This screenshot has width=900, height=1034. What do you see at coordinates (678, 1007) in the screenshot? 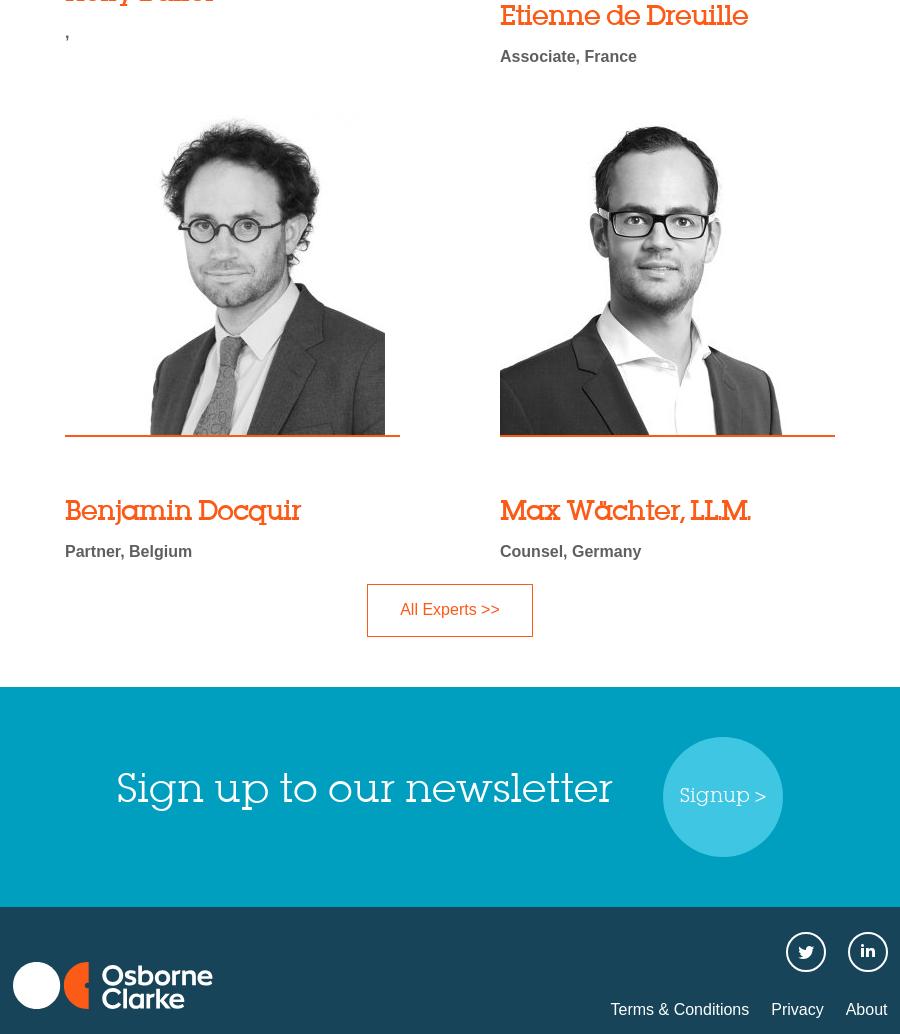
I see `'Terms & Conditions'` at bounding box center [678, 1007].